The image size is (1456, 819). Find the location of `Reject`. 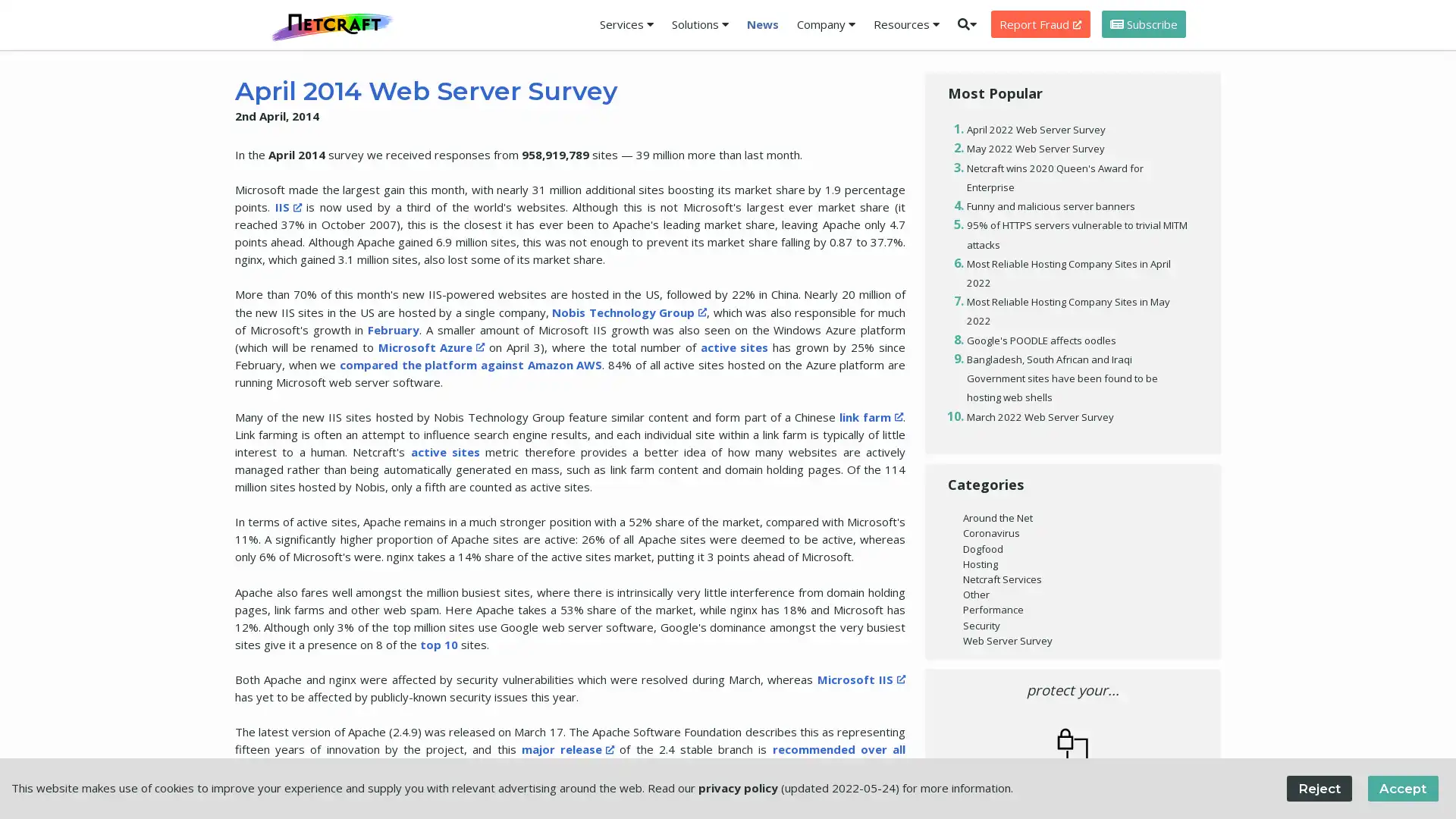

Reject is located at coordinates (1318, 787).